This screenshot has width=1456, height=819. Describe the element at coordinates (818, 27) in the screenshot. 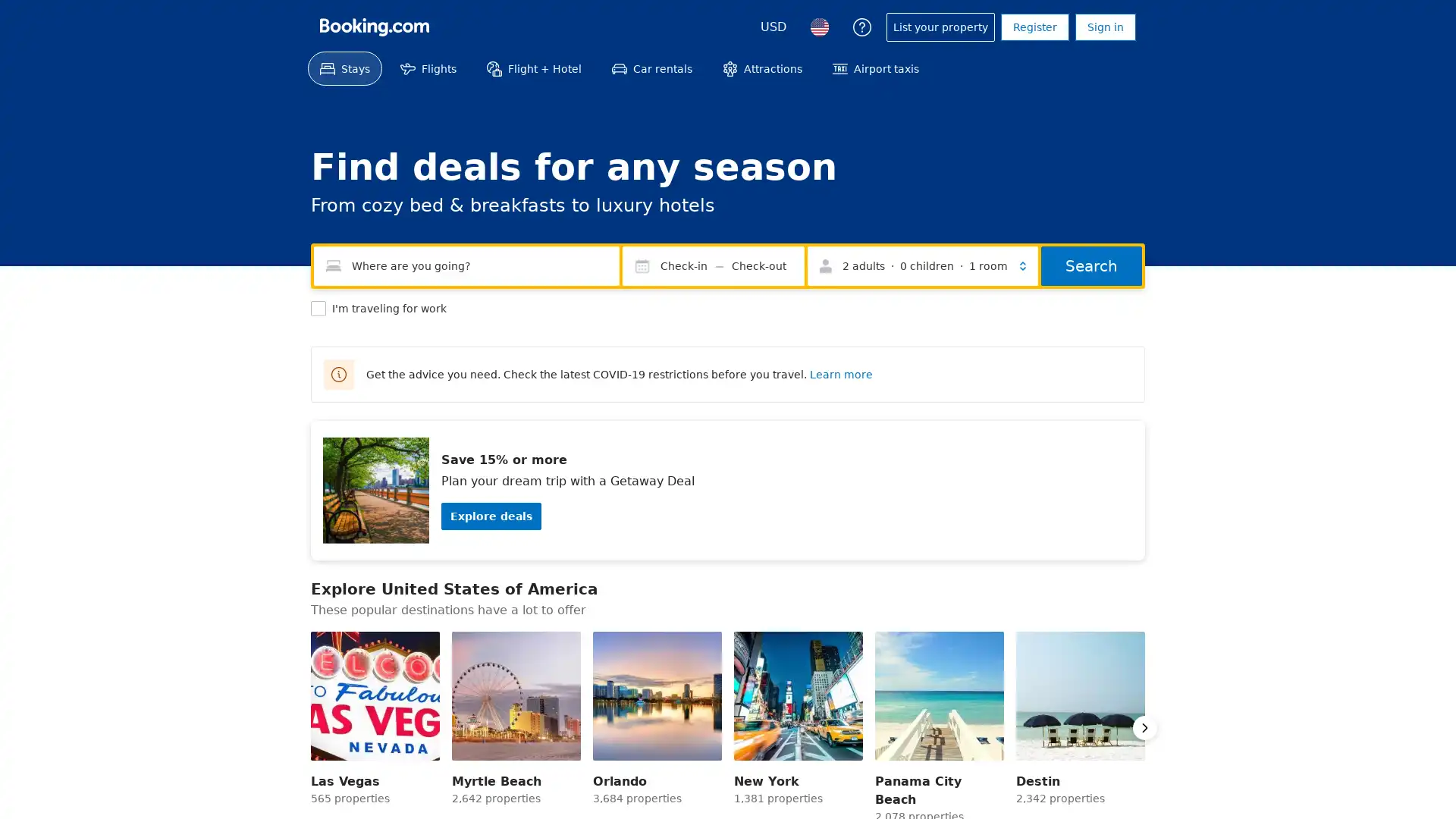

I see `Choose your language. Your current language is English (US)` at that location.